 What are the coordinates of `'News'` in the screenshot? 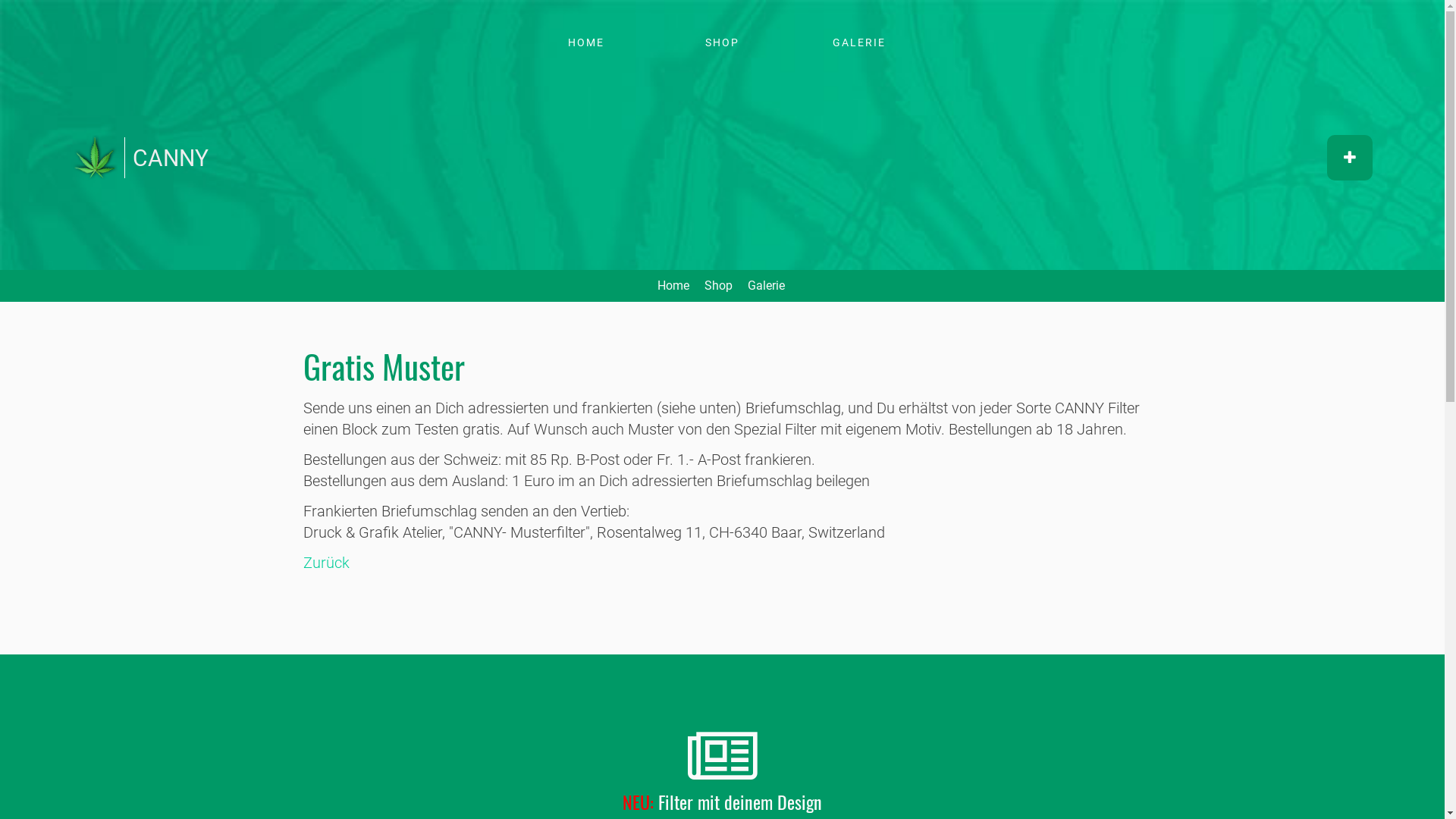 It's located at (721, 758).